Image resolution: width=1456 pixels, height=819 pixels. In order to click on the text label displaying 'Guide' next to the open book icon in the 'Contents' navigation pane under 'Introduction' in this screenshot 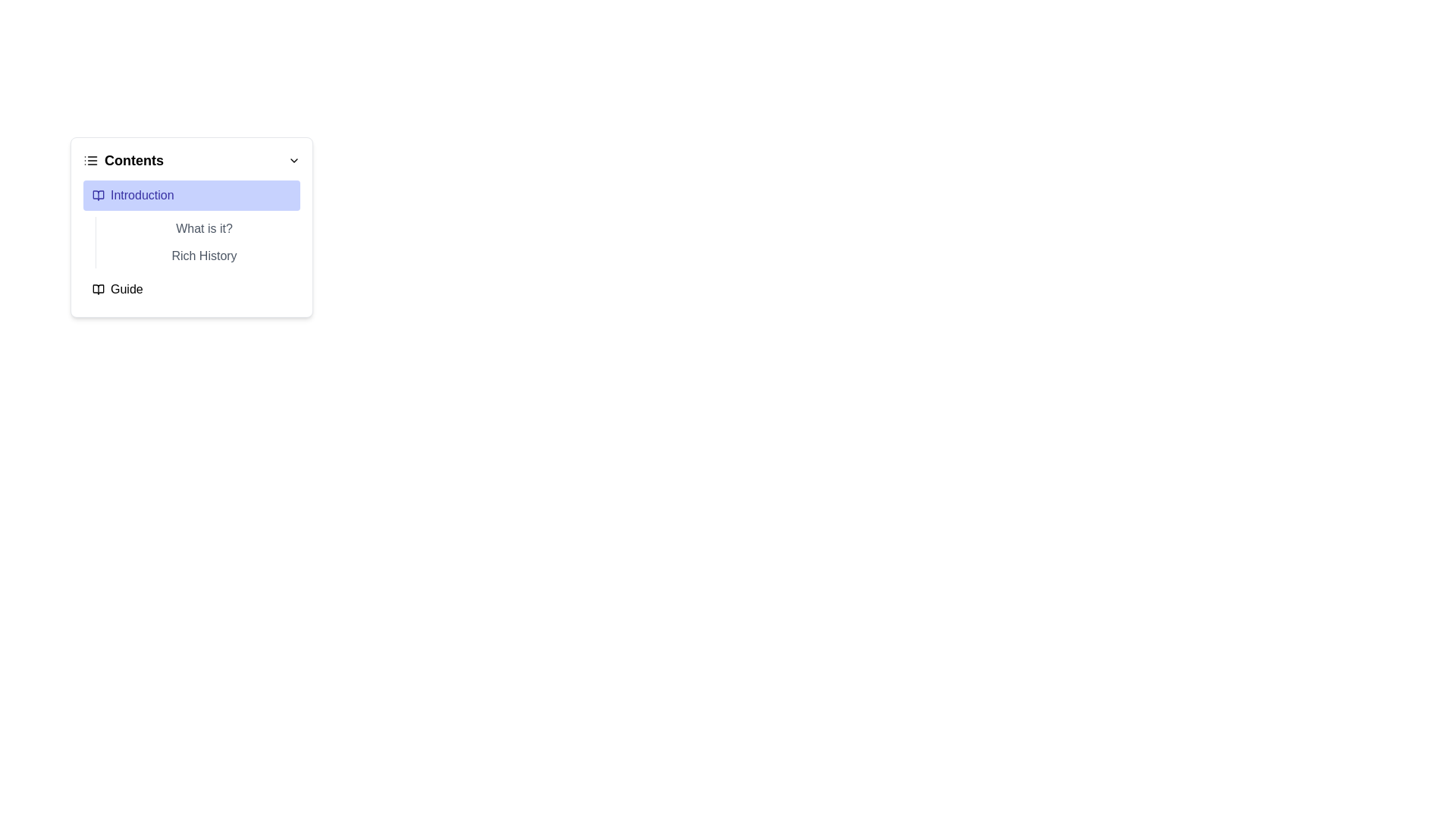, I will do `click(127, 289)`.